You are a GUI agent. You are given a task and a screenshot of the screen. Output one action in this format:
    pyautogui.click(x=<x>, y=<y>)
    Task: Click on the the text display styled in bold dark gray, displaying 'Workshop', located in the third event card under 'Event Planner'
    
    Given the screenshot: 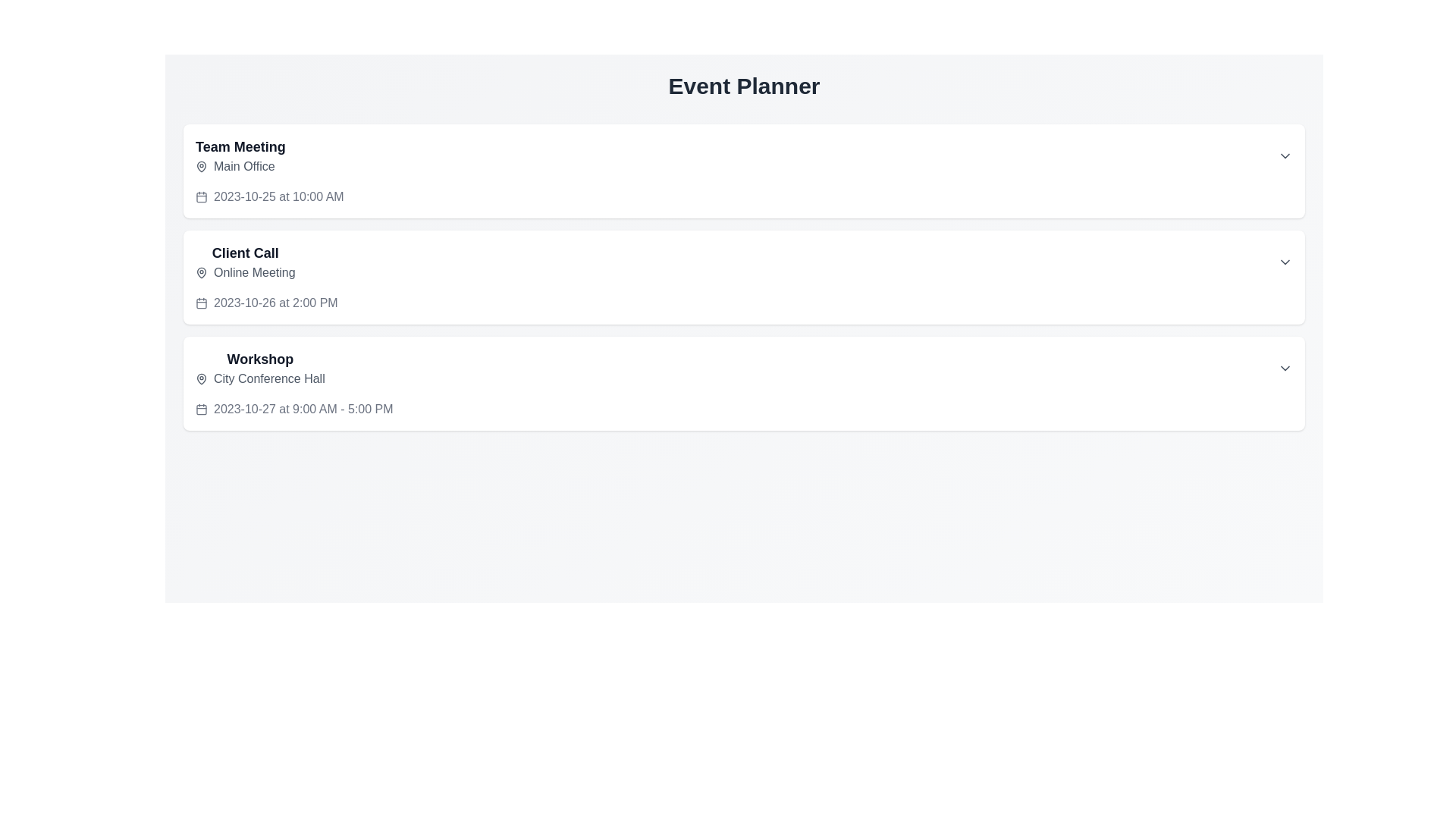 What is the action you would take?
    pyautogui.click(x=260, y=359)
    